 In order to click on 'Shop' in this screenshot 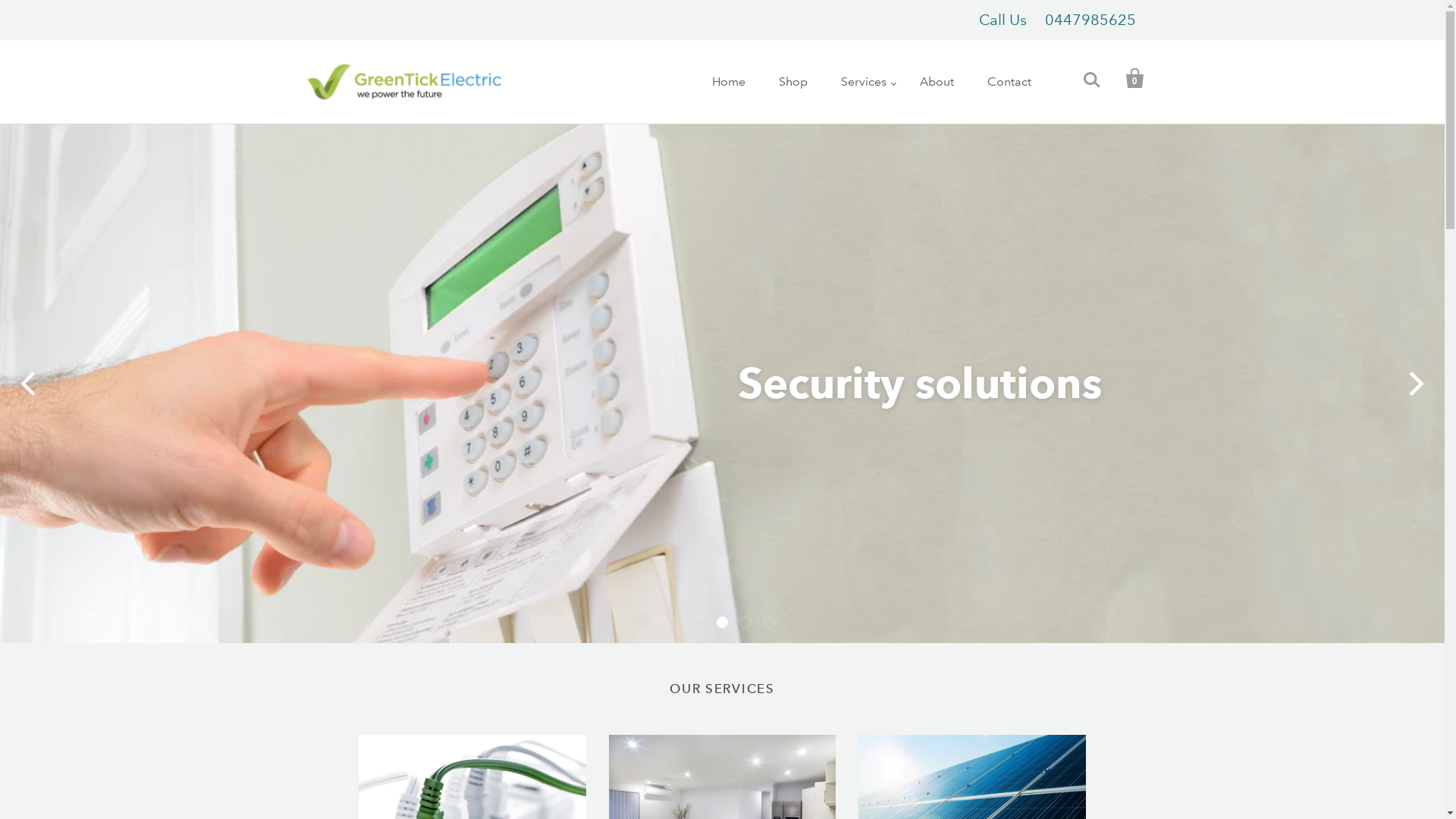, I will do `click(792, 80)`.